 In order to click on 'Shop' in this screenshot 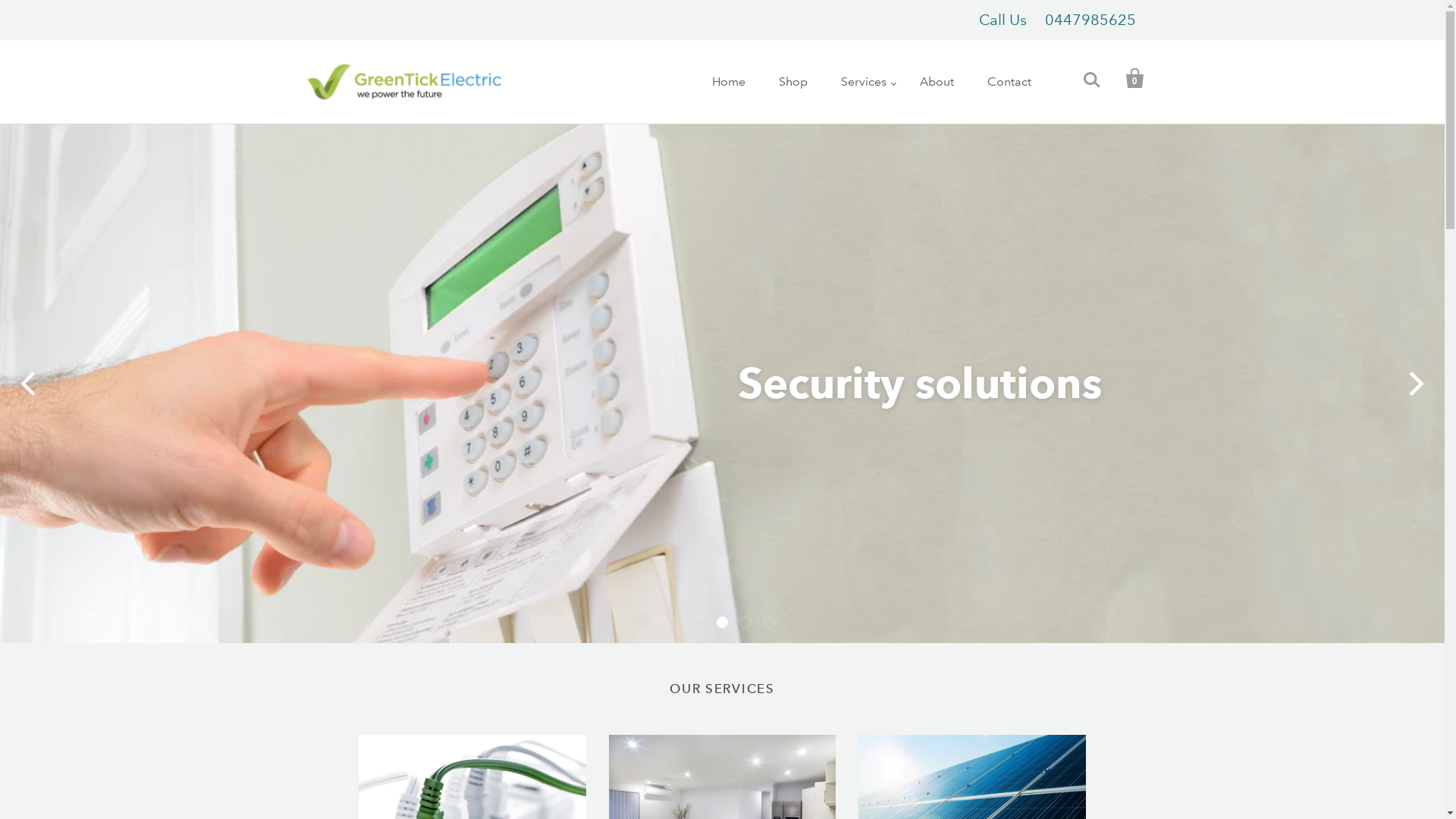, I will do `click(792, 80)`.